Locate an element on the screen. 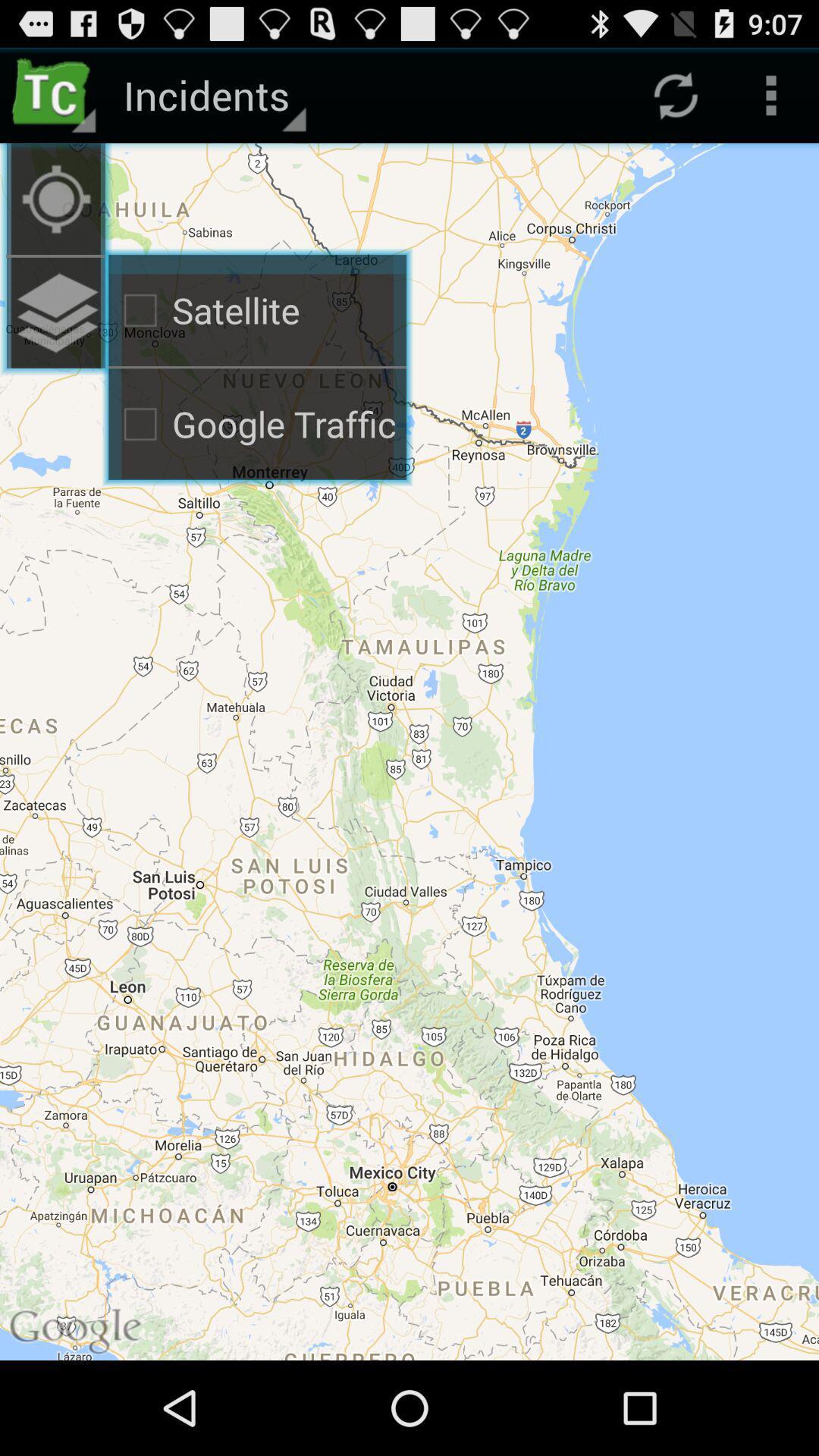 The image size is (819, 1456). item at the center is located at coordinates (409, 752).